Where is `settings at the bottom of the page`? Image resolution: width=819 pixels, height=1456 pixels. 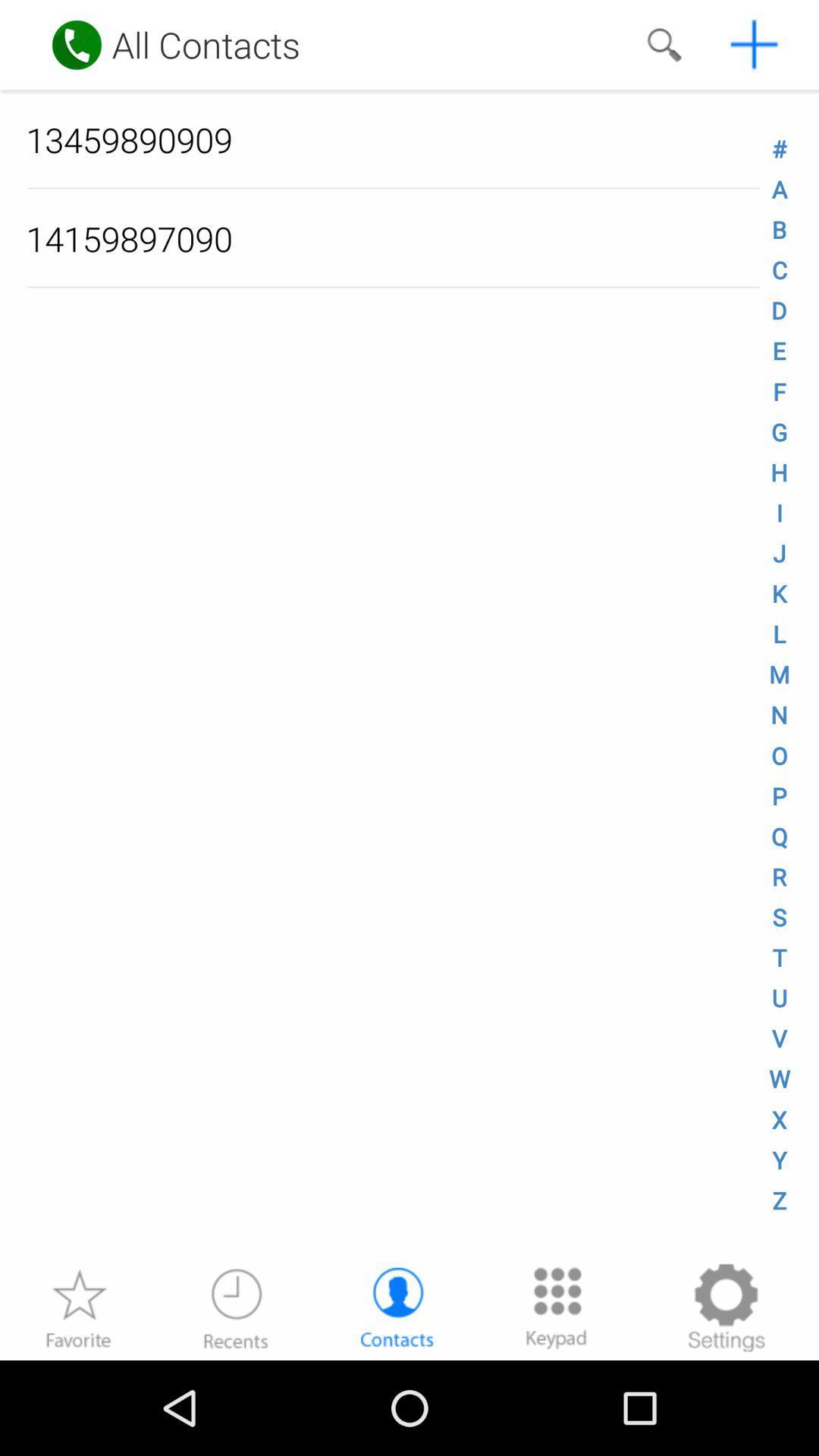
settings at the bottom of the page is located at coordinates (725, 1307).